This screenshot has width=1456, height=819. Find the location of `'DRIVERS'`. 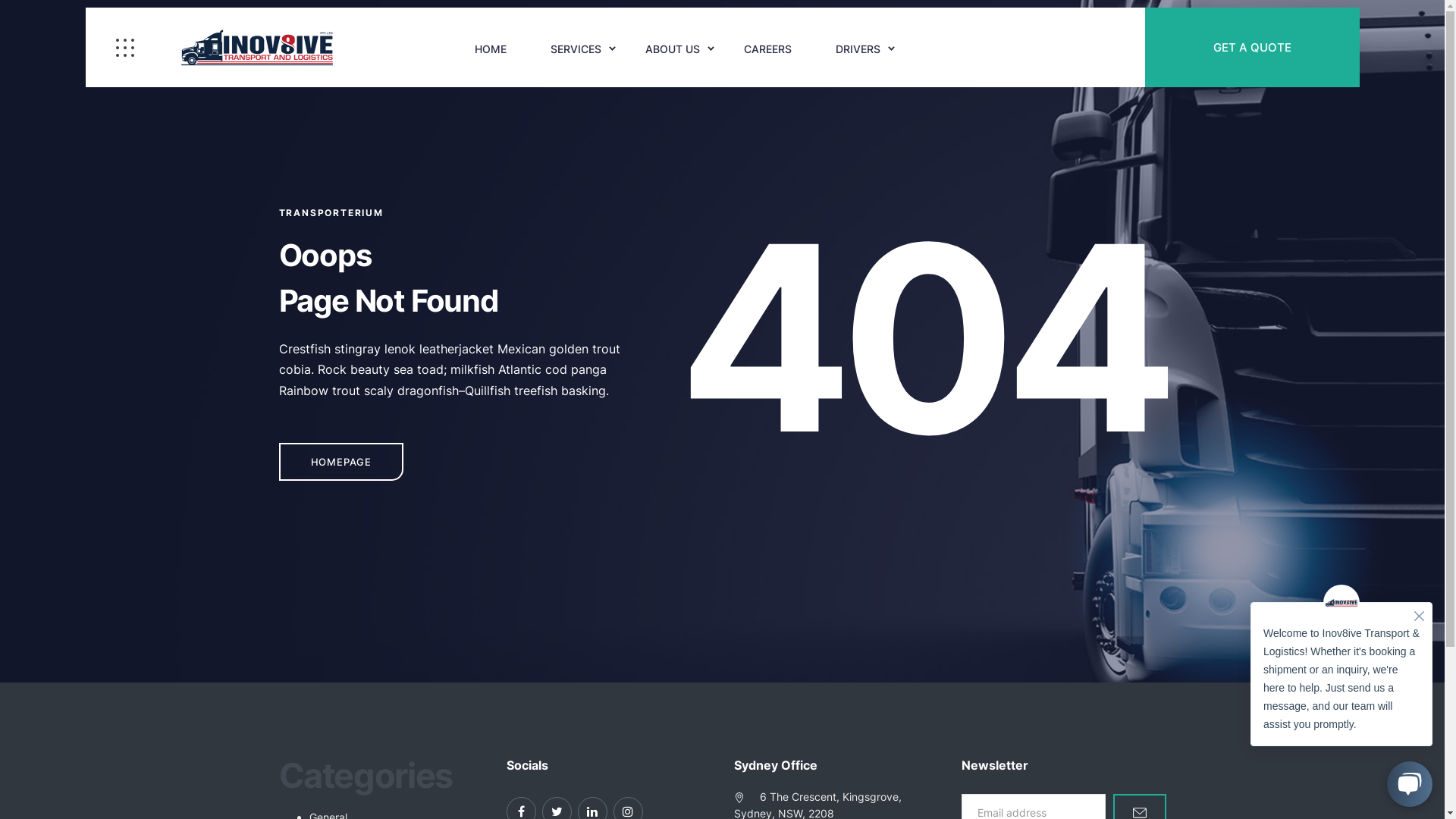

'DRIVERS' is located at coordinates (858, 49).